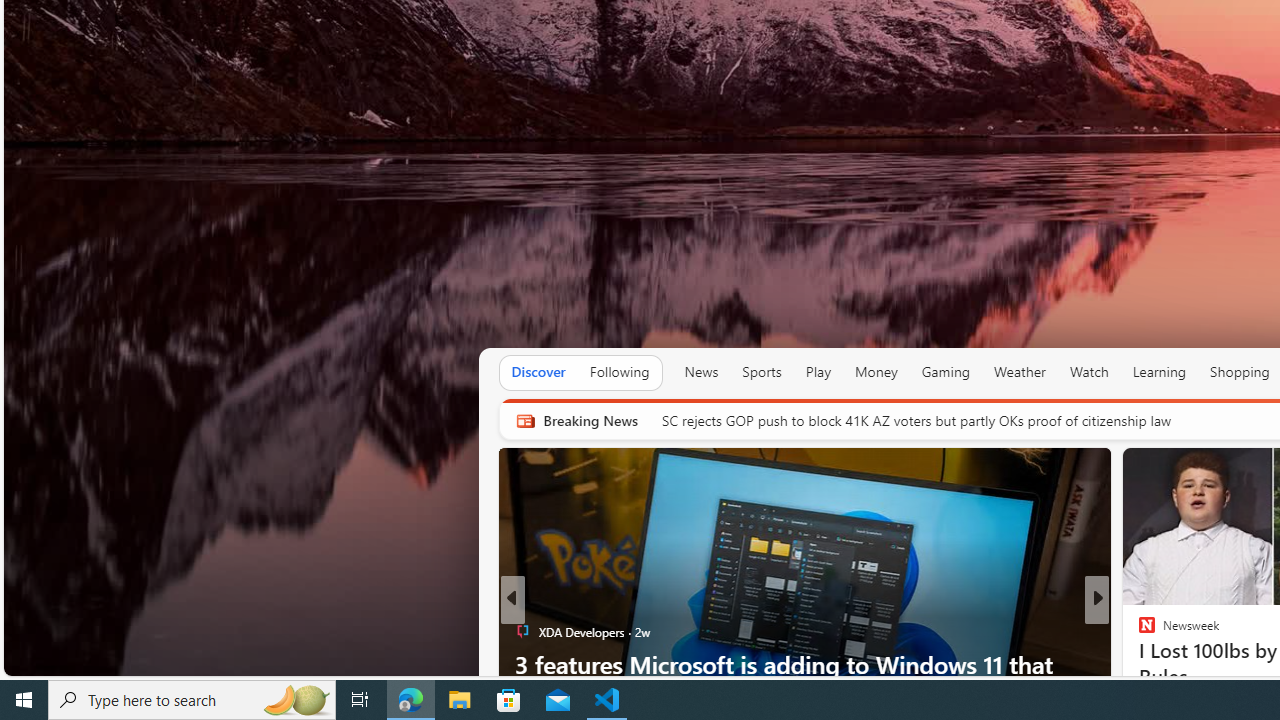 This screenshot has width=1280, height=720. What do you see at coordinates (944, 372) in the screenshot?
I see `'Gaming'` at bounding box center [944, 372].